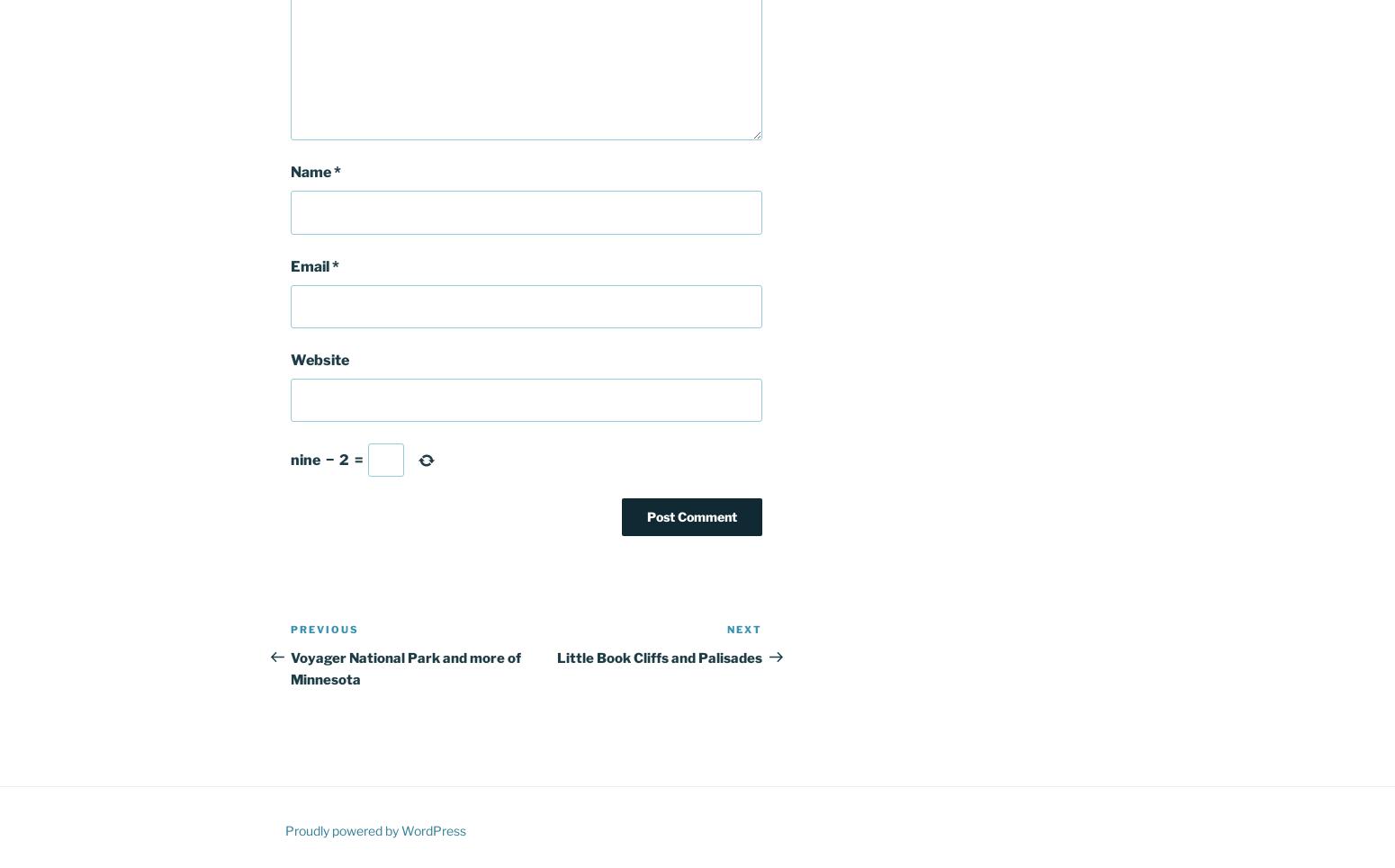  What do you see at coordinates (358, 459) in the screenshot?
I see `'='` at bounding box center [358, 459].